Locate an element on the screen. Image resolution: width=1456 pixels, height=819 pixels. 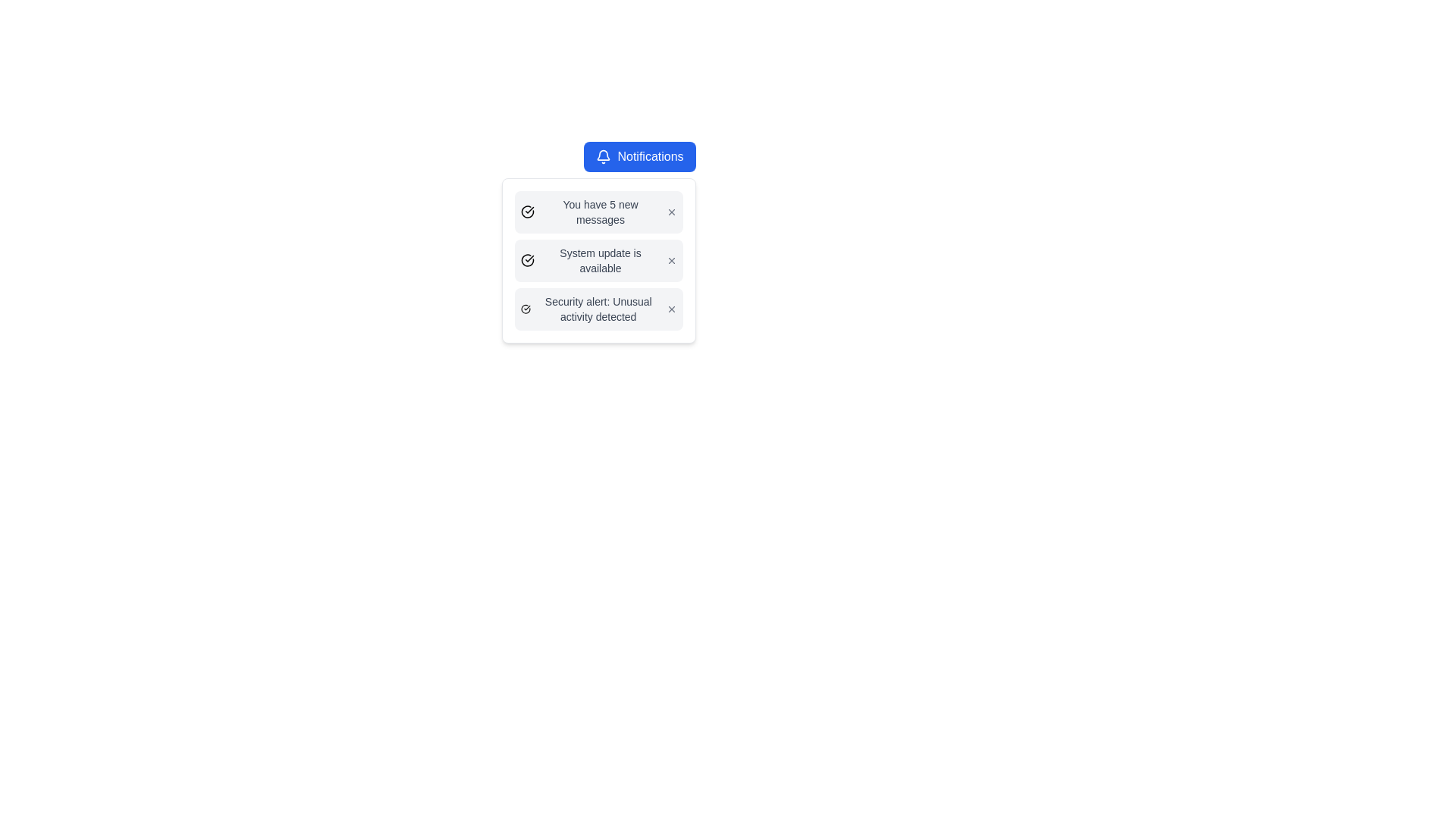
the notification item styled with a grey background and rounded corners, which contains the text 'System update is available' and a dismiss icon on the right is located at coordinates (598, 259).